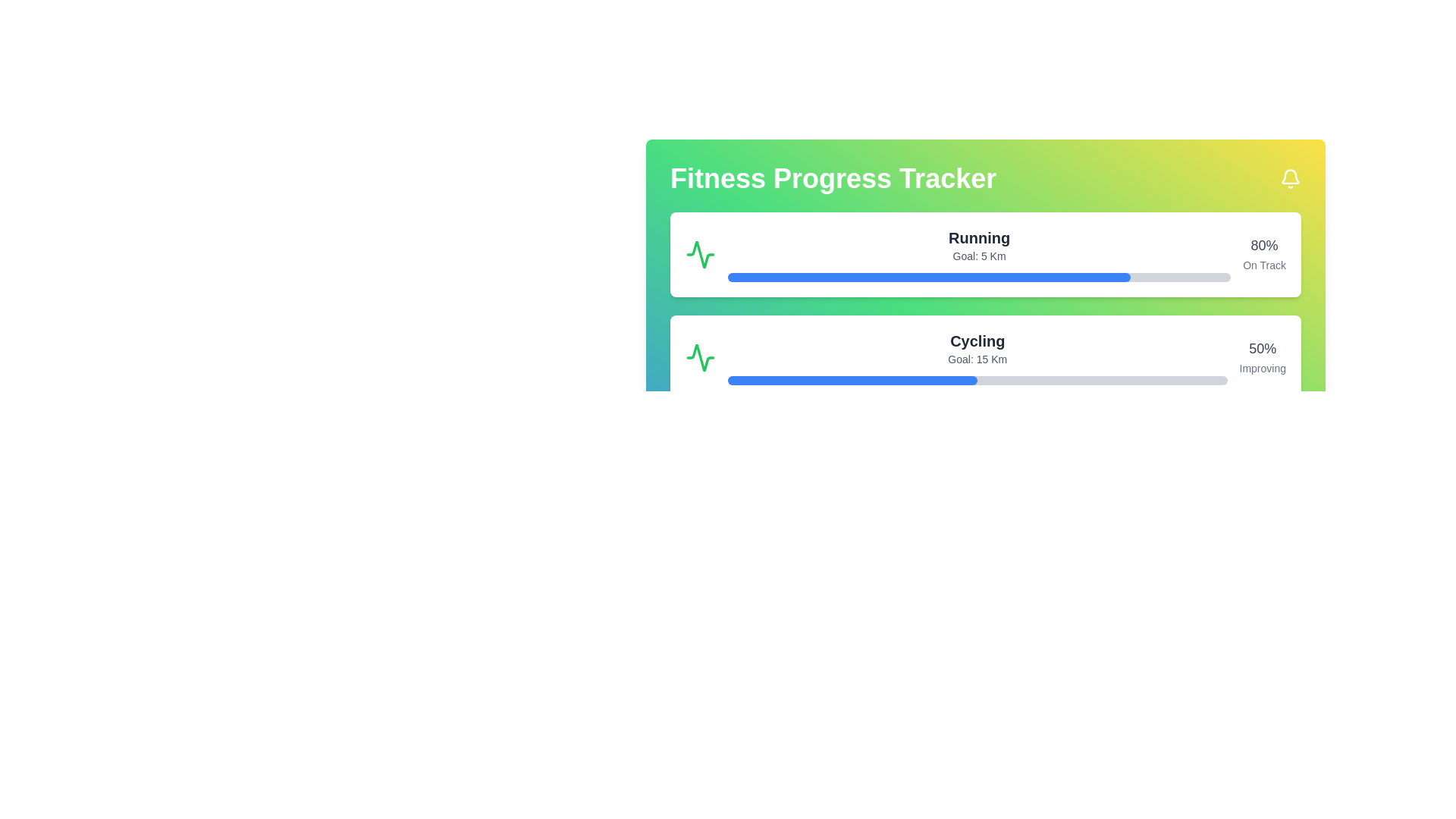 This screenshot has width=1456, height=819. What do you see at coordinates (979, 253) in the screenshot?
I see `the text display element that shows the user's running goal in kilometers, located in the upper section of the first card to the right of the green activity icon and above the blue progress bar` at bounding box center [979, 253].